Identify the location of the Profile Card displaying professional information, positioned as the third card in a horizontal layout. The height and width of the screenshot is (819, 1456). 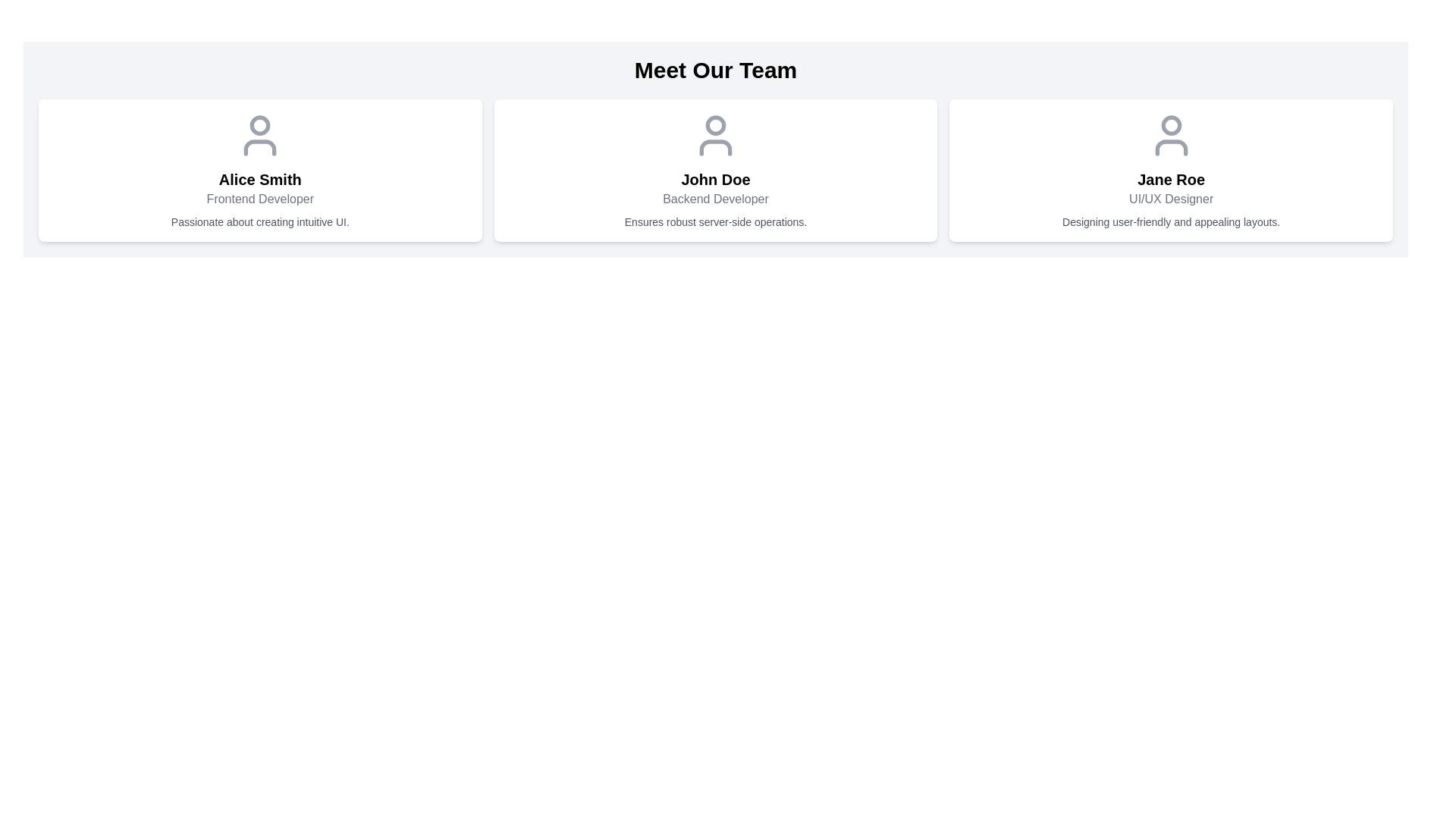
(1170, 170).